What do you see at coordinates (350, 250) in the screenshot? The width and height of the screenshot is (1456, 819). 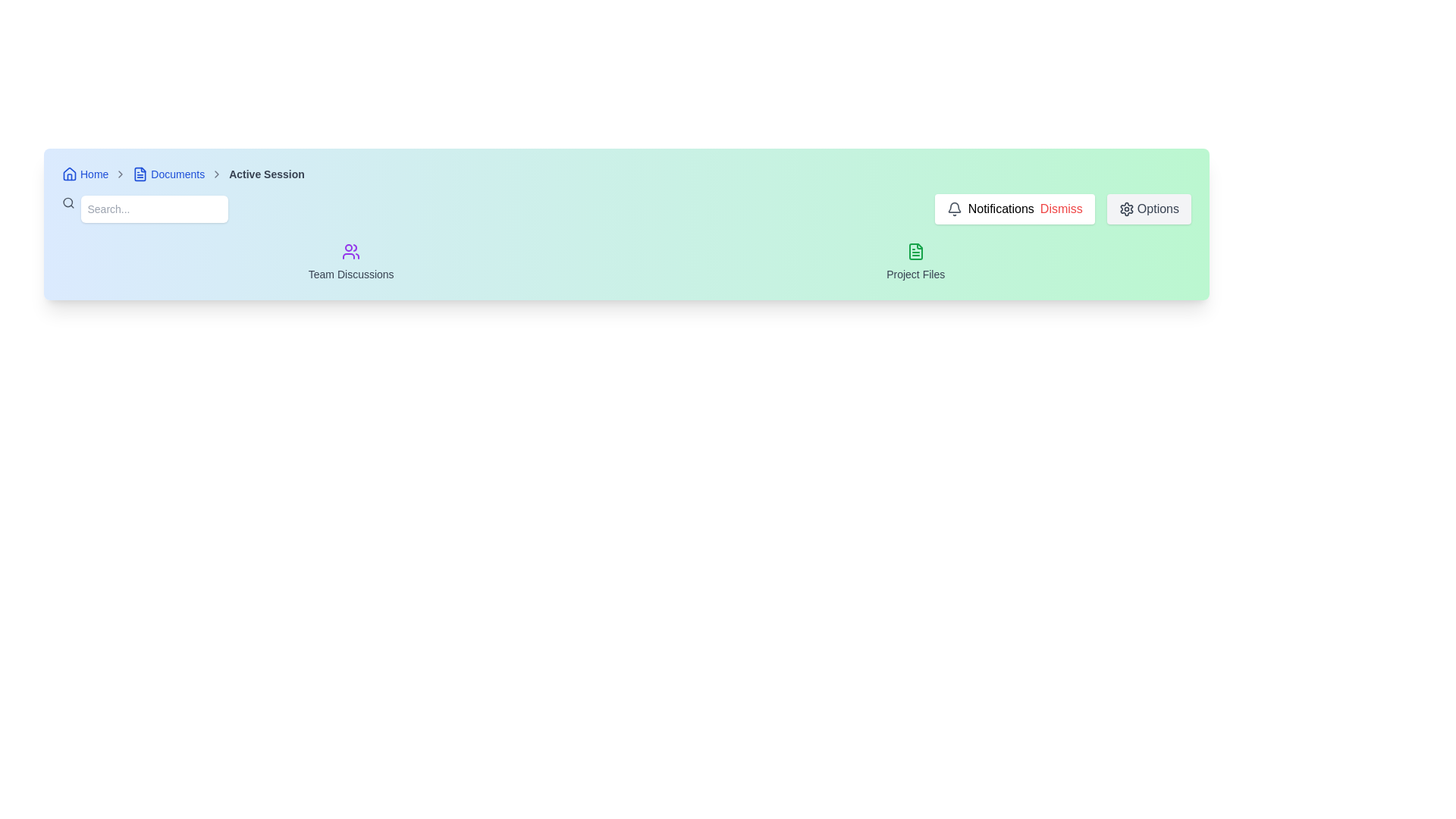 I see `the Icon representing team discussions, which is located above the text 'Team Discussions' in the middle-left of the interface` at bounding box center [350, 250].